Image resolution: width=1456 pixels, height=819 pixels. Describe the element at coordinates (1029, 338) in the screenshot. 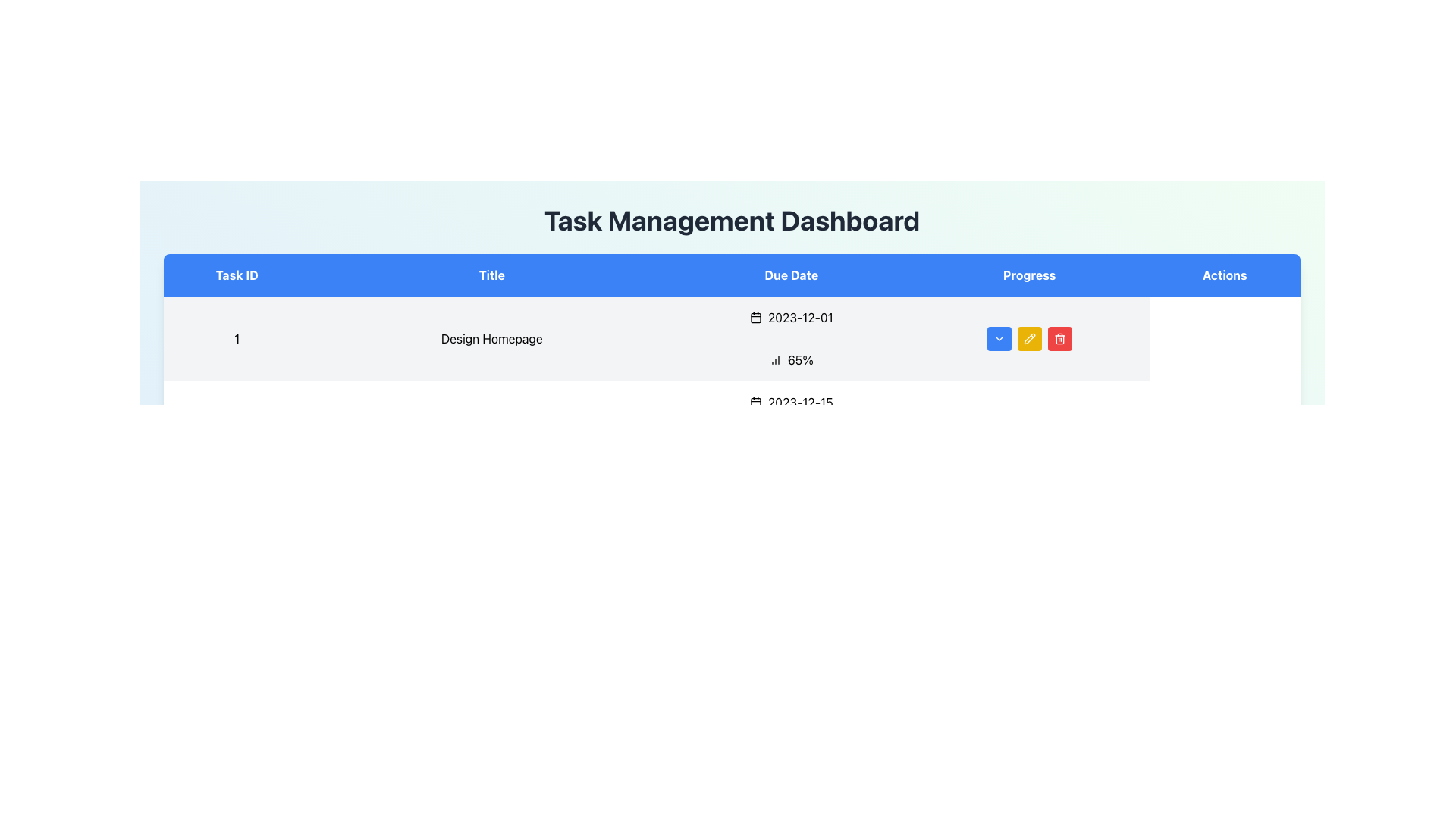

I see `the edit button with a yellow background and pencil icon located in the 'Actions' column of the table row` at that location.